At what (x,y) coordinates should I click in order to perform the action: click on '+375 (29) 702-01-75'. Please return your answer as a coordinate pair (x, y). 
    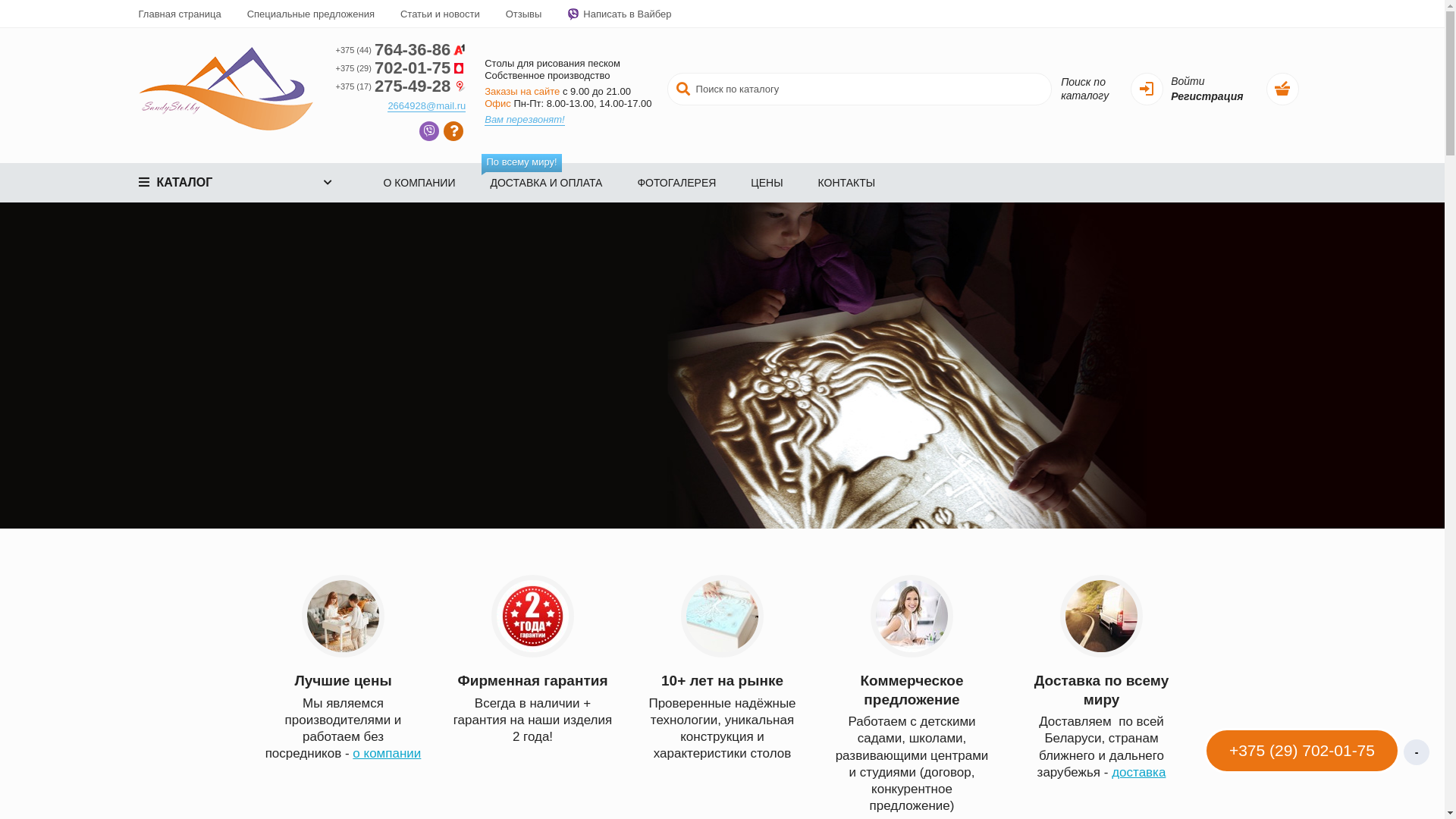
    Looking at the image, I should click on (1203, 752).